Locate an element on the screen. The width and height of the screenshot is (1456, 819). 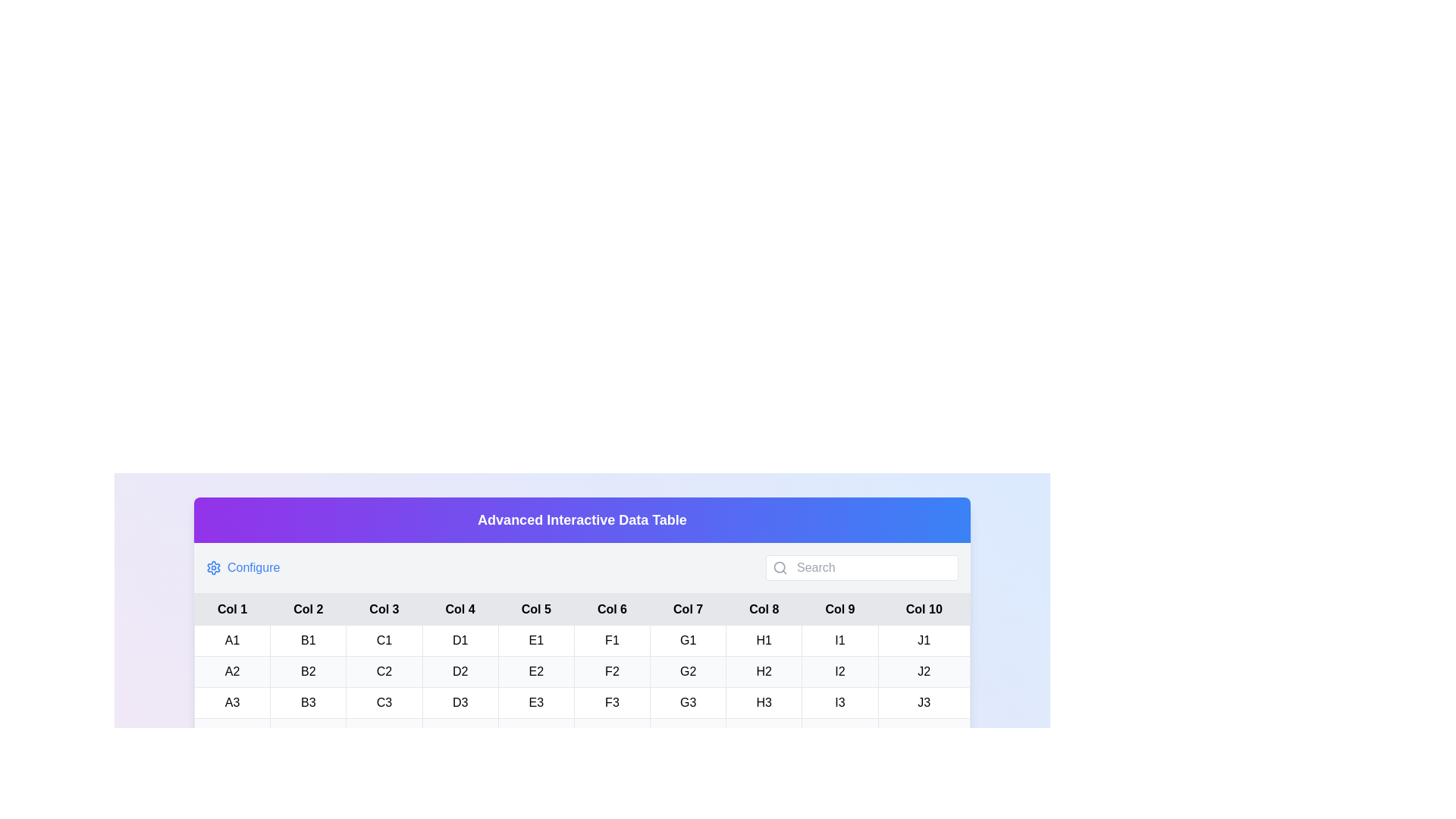
the 'Configure' button is located at coordinates (243, 567).